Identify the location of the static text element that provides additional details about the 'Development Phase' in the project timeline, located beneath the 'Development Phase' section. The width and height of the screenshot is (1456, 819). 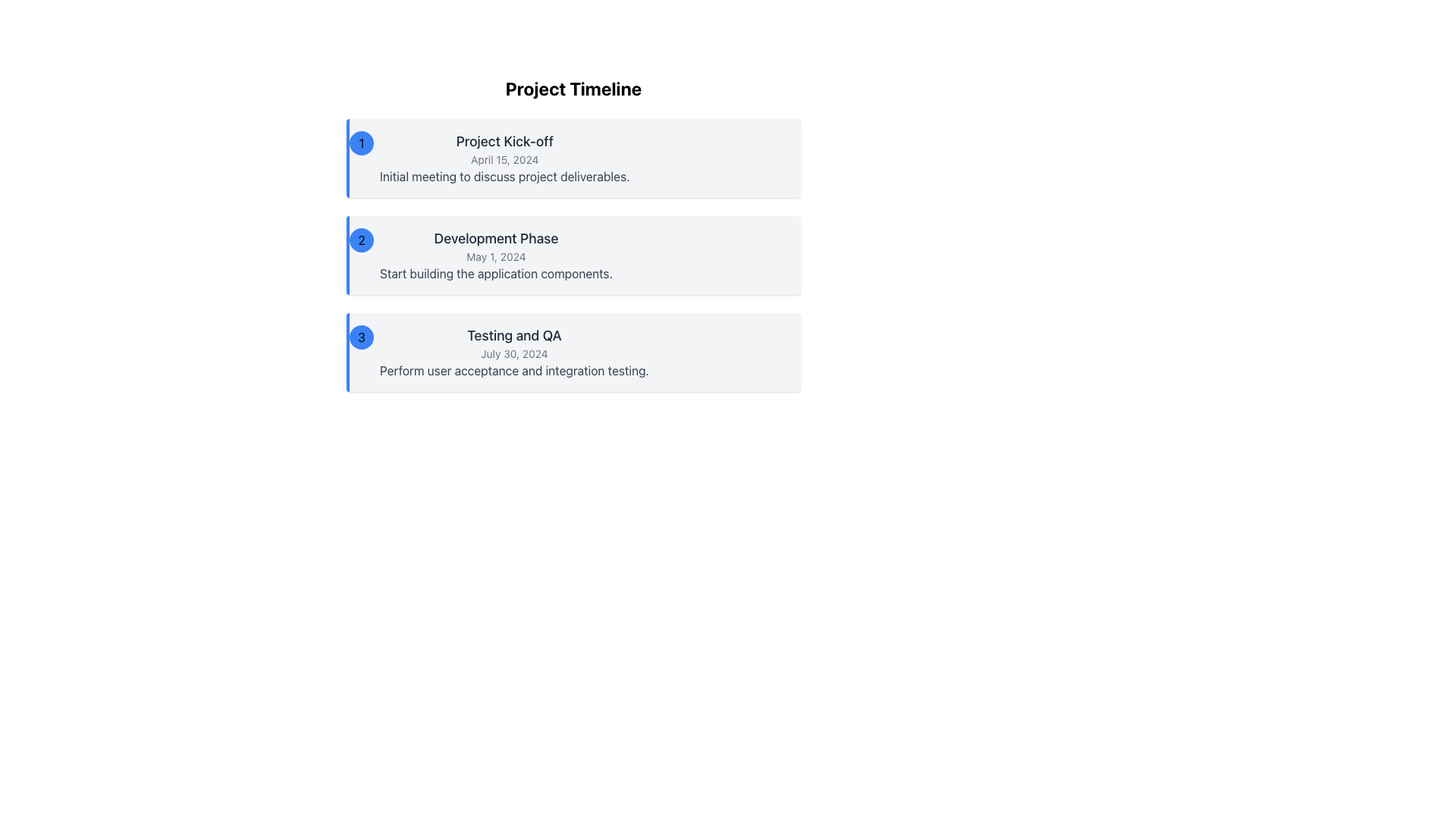
(496, 274).